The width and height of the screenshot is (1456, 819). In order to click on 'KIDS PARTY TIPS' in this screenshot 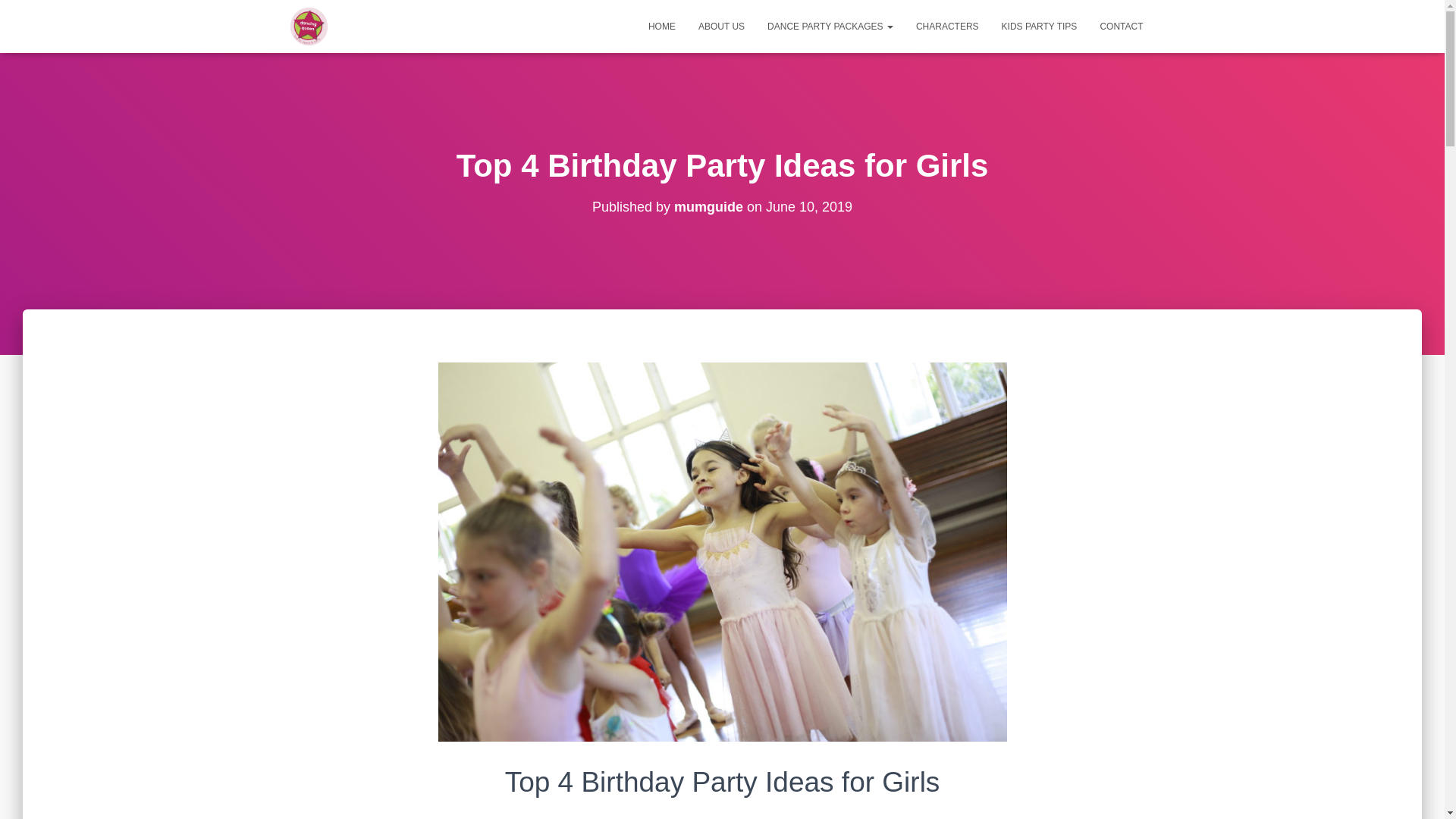, I will do `click(1039, 26)`.